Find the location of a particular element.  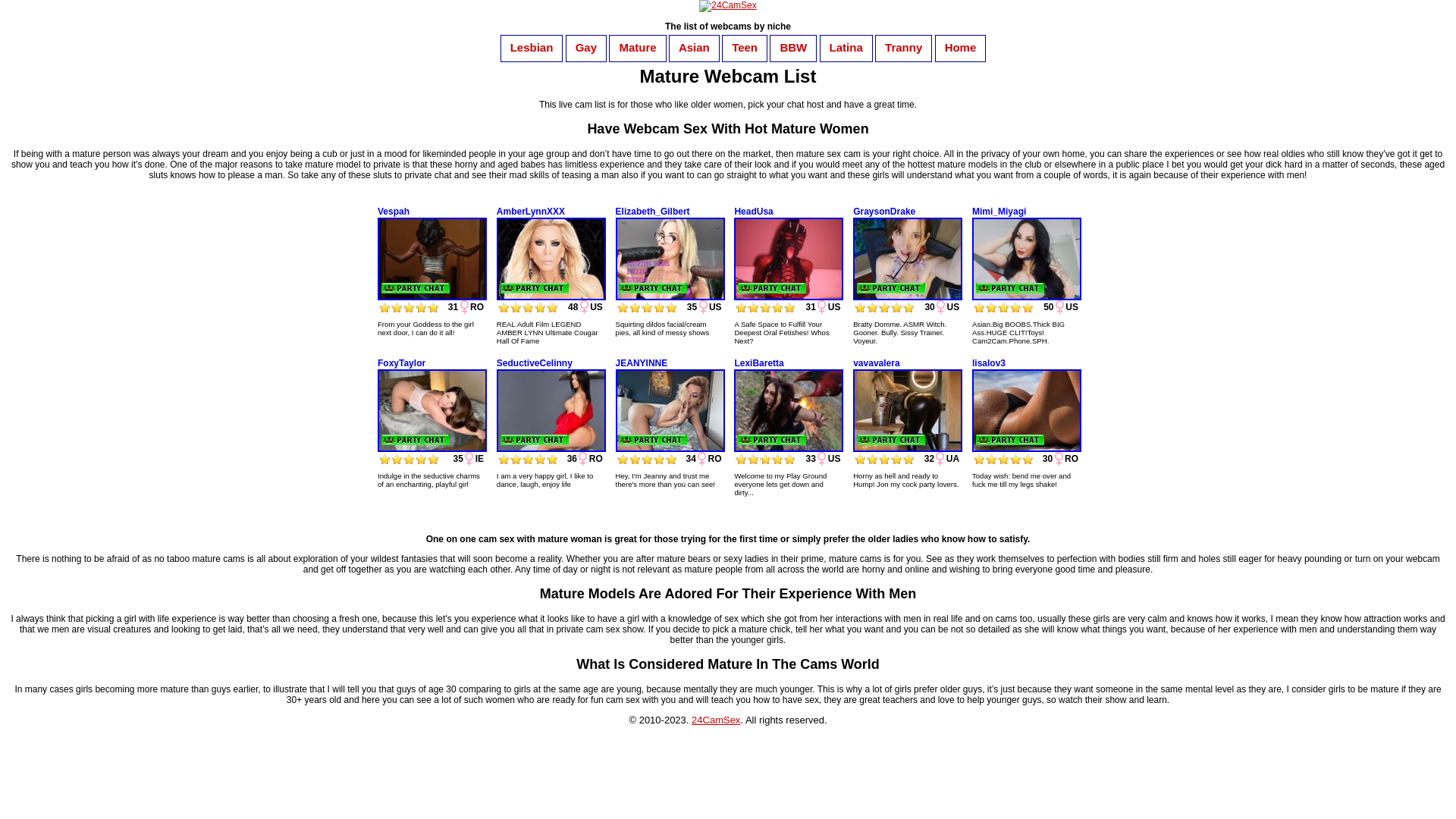

'Gay' is located at coordinates (585, 46).